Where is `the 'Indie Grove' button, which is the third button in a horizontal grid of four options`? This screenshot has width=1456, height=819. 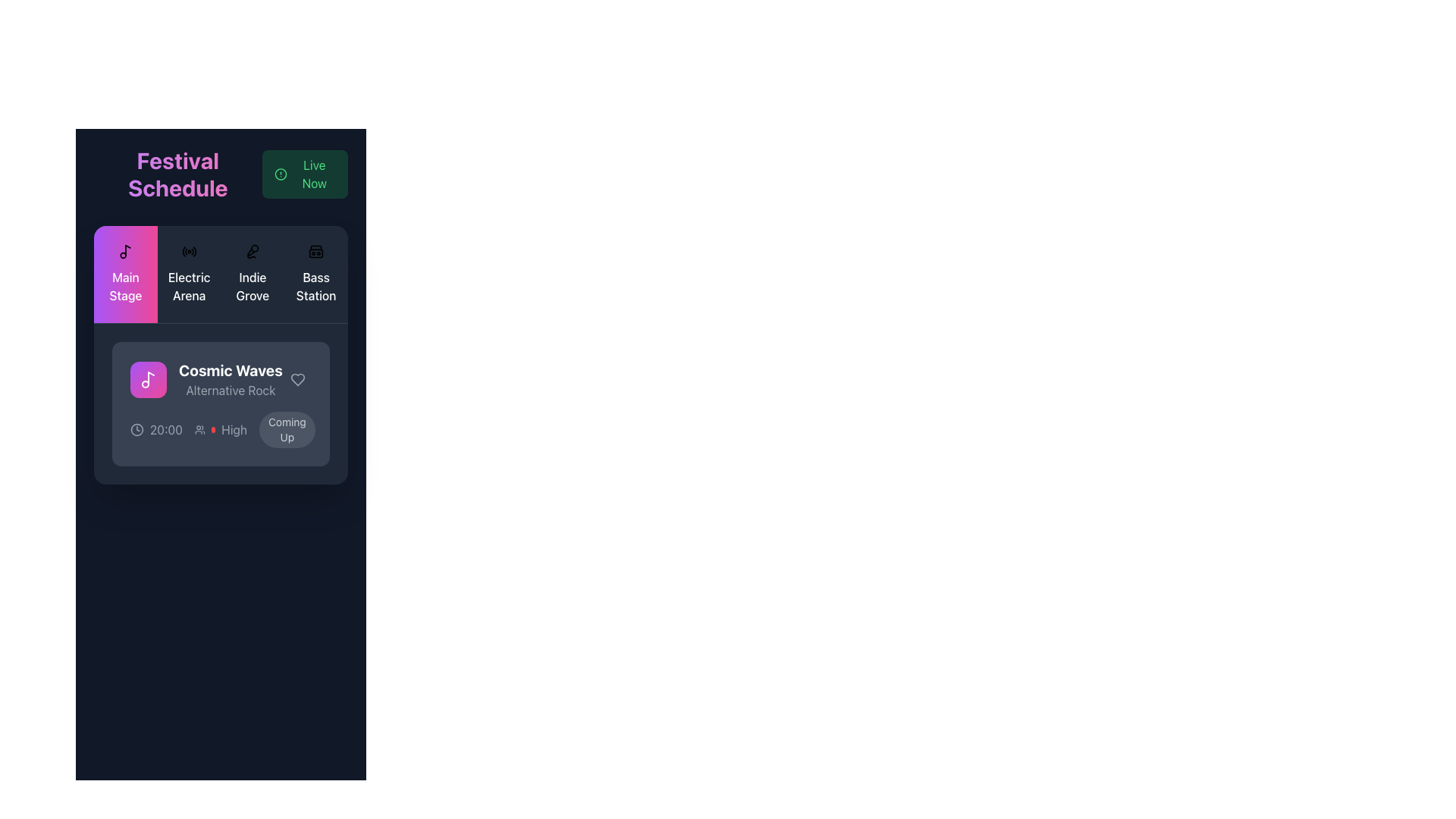 the 'Indie Grove' button, which is the third button in a horizontal grid of four options is located at coordinates (253, 275).